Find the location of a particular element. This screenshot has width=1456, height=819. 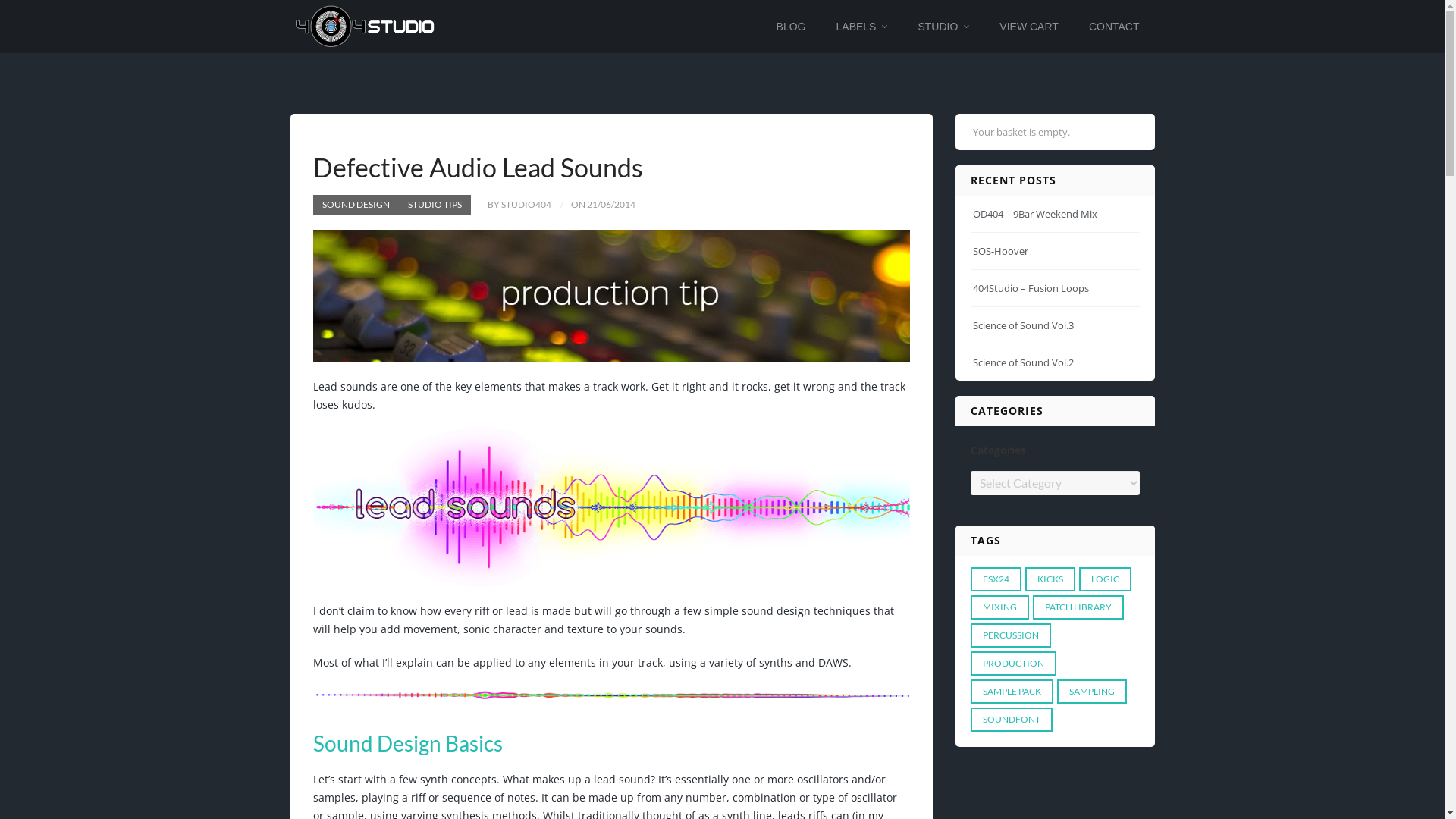

'Science of Sound Vol.2' is located at coordinates (1023, 362).